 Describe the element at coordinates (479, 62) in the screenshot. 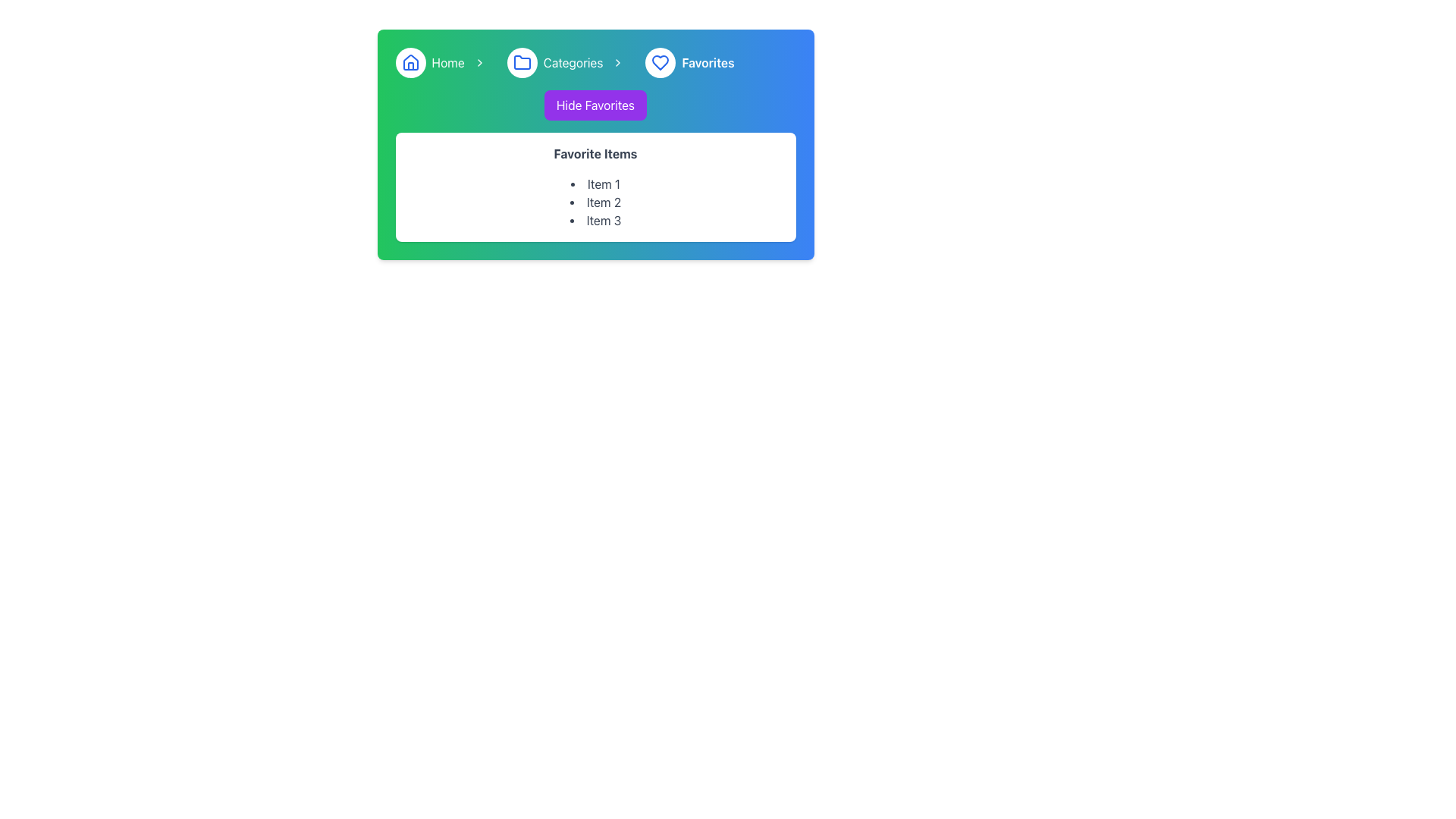

I see `the breadcrumb separator icon that is located between 'Home' and 'Categories', aligned horizontally with the breadcrumb text elements` at that location.